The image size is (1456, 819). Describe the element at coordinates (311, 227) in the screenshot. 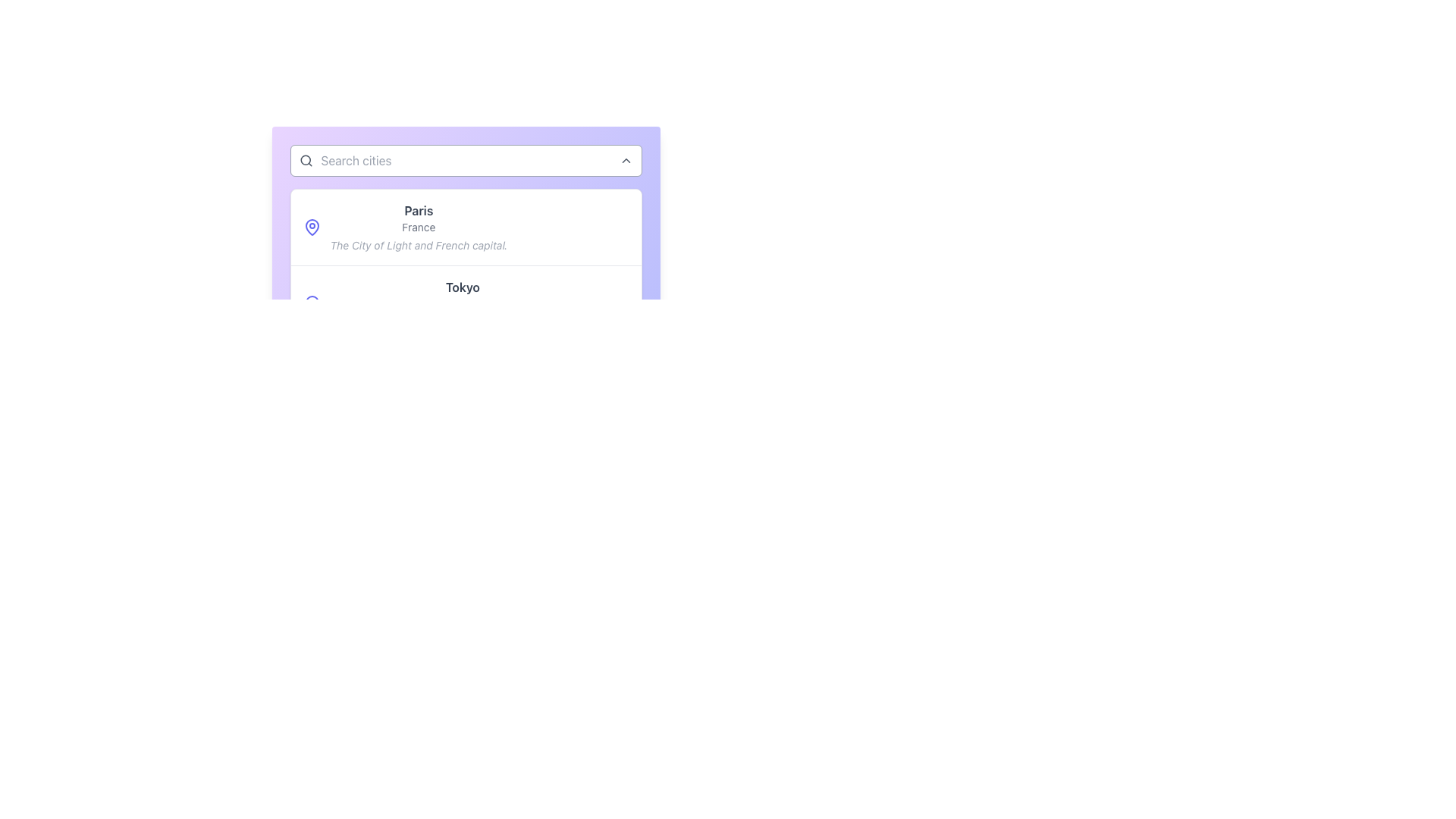

I see `the indigo map pin icon located on the left side of the list item labeled 'Paris, France' in the dropdown selection menu` at that location.